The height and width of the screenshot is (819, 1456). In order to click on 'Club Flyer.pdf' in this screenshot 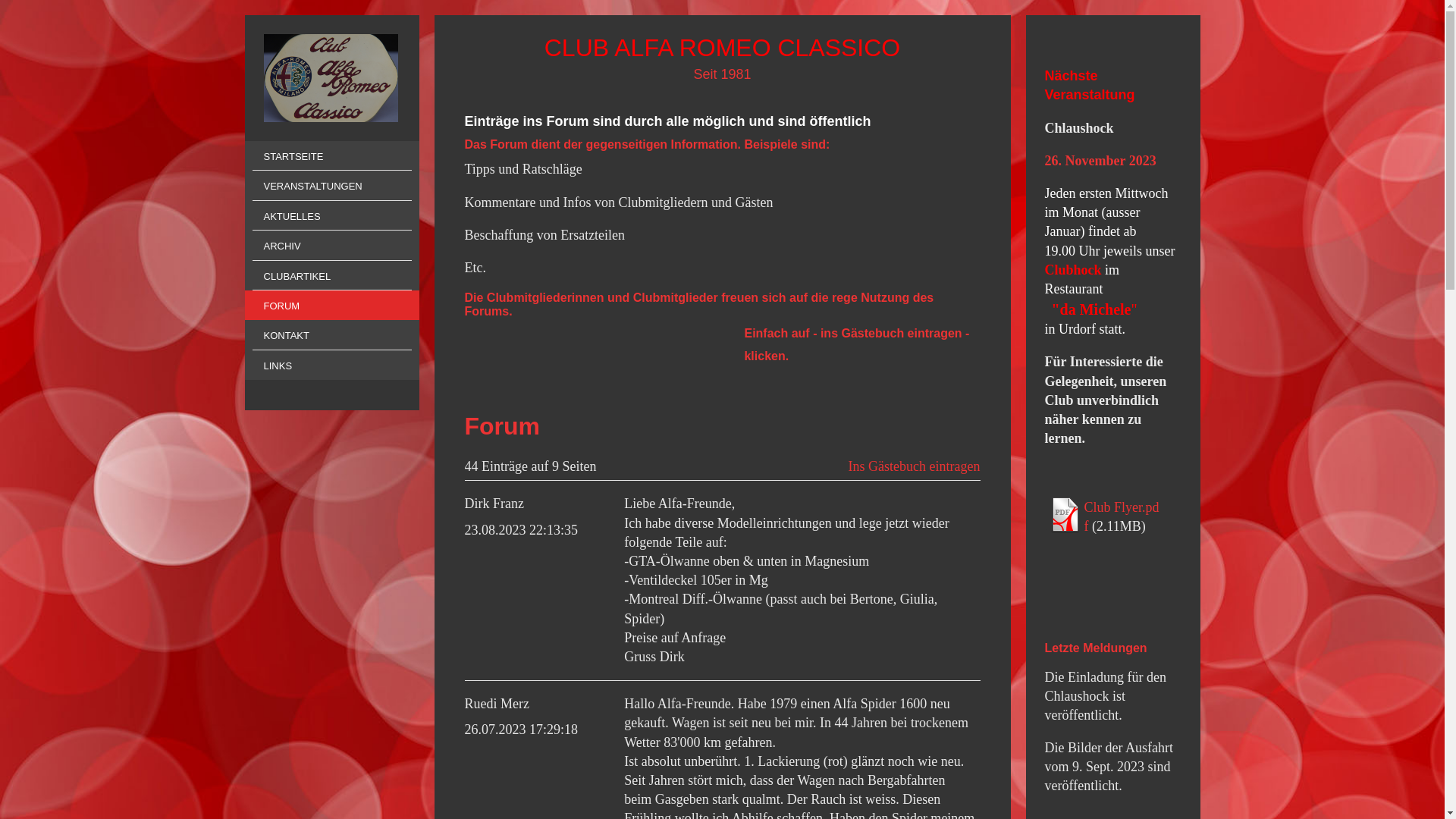, I will do `click(1122, 516)`.